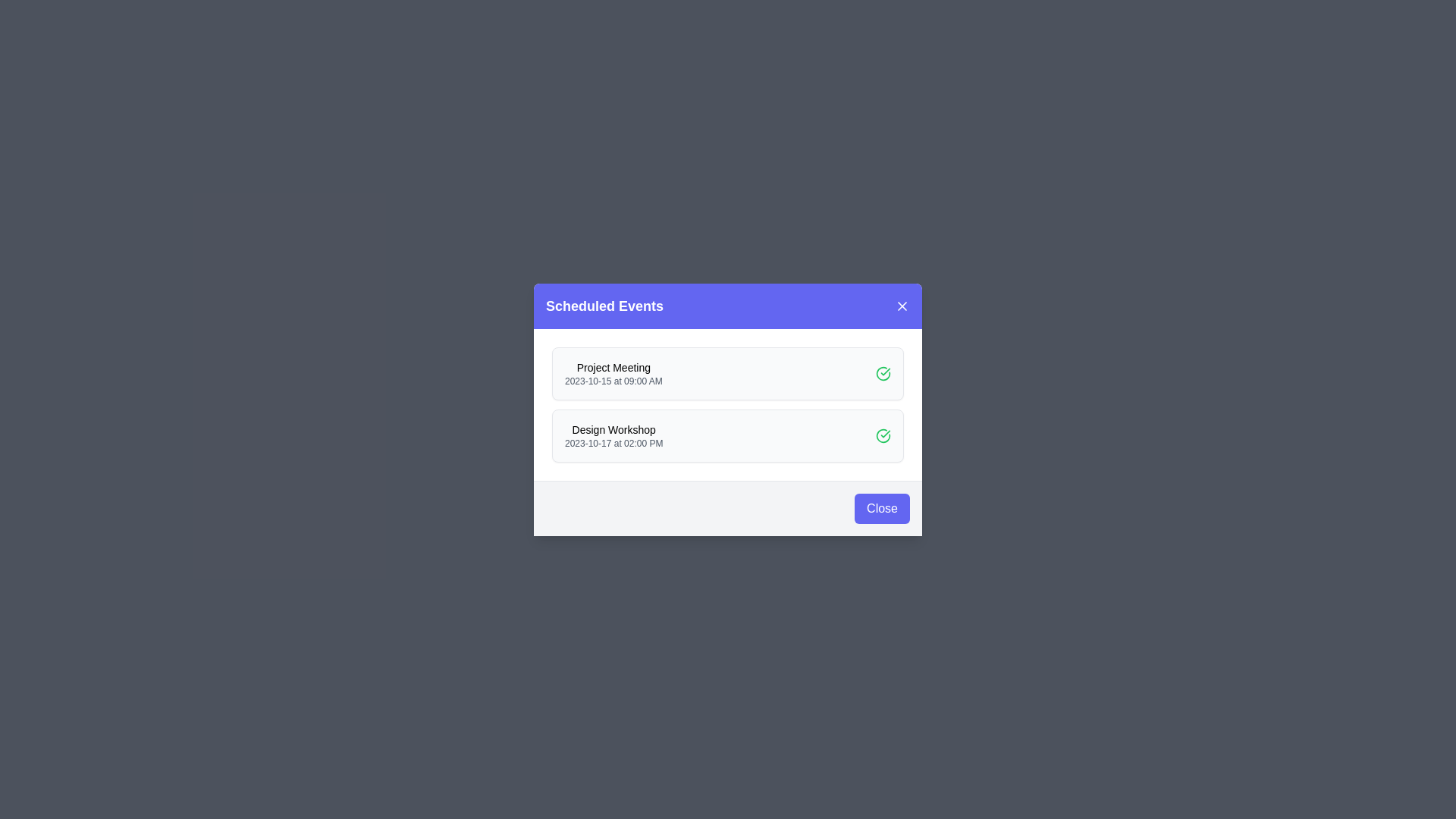 The width and height of the screenshot is (1456, 819). I want to click on the 'Close' button with white text on a purple background located at the bottom-right corner of the 'Scheduled Events' modal, so click(882, 508).